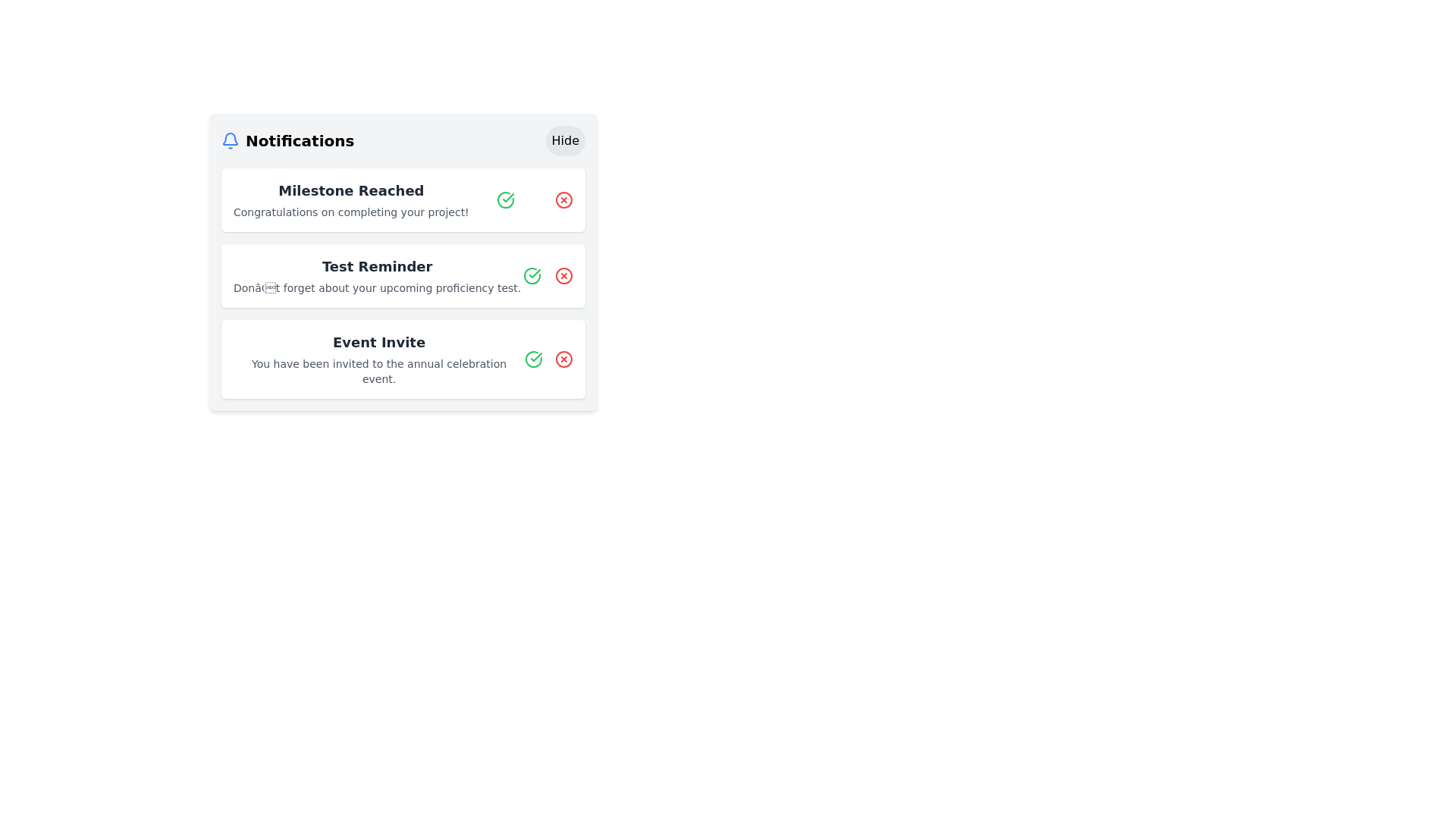  I want to click on the text block in the notification panel that notifies the user about an upcoming proficiency test, positioned centrally as the second notification item, so click(377, 275).